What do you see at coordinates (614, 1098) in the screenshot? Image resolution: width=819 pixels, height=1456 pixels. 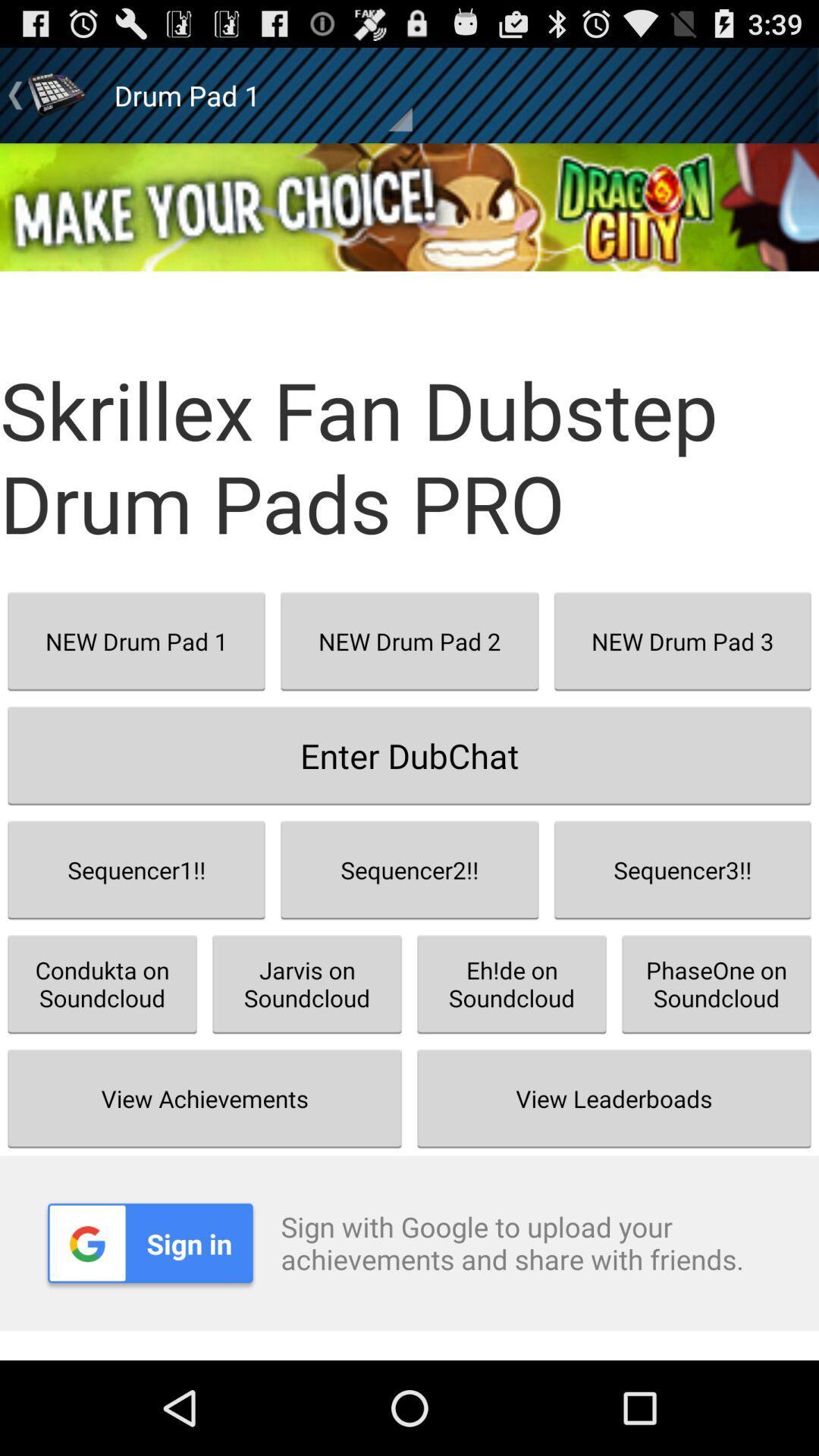 I see `the icon above sign with google app` at bounding box center [614, 1098].